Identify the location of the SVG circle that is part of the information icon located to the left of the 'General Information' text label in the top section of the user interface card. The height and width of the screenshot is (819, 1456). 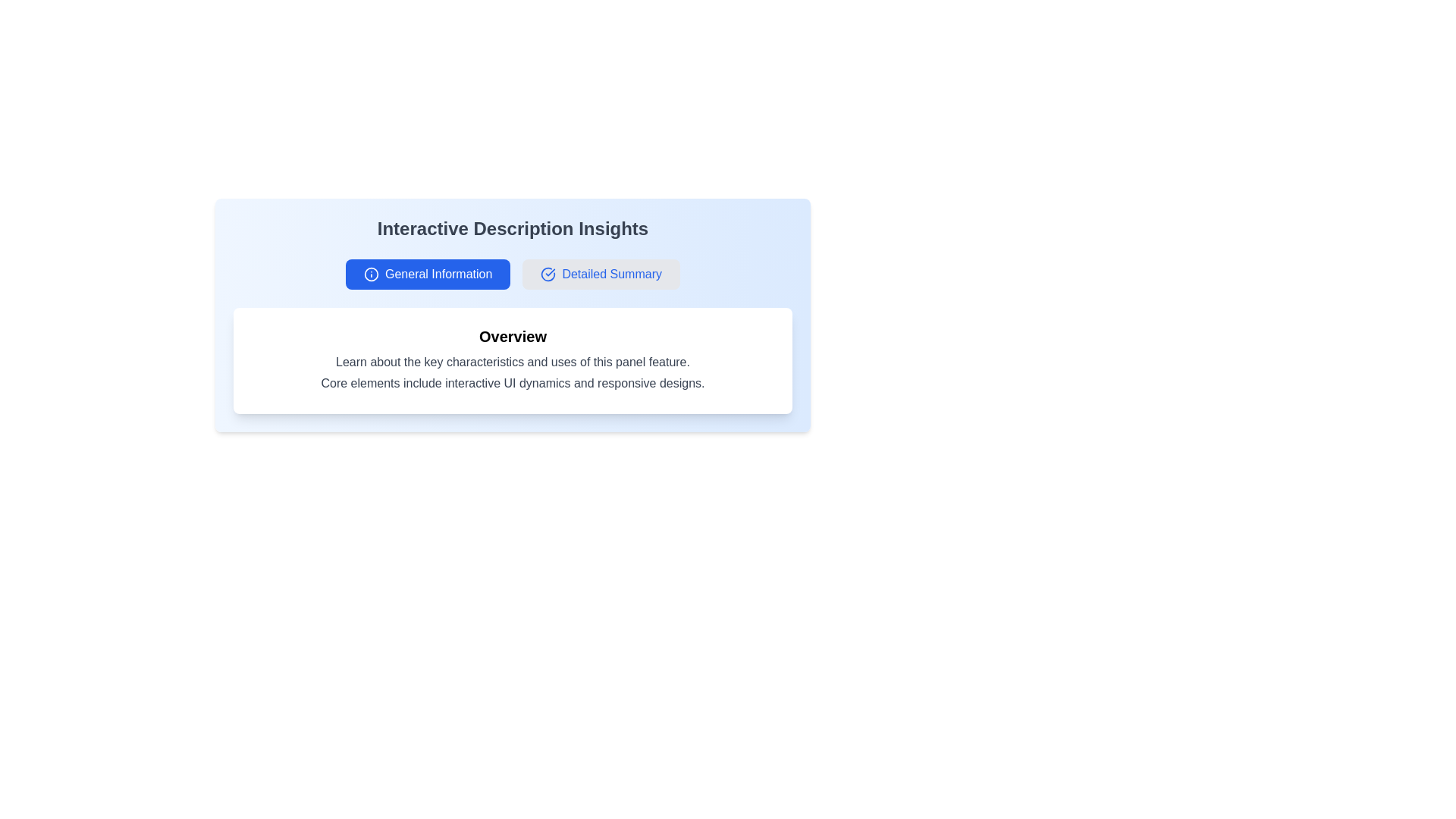
(371, 275).